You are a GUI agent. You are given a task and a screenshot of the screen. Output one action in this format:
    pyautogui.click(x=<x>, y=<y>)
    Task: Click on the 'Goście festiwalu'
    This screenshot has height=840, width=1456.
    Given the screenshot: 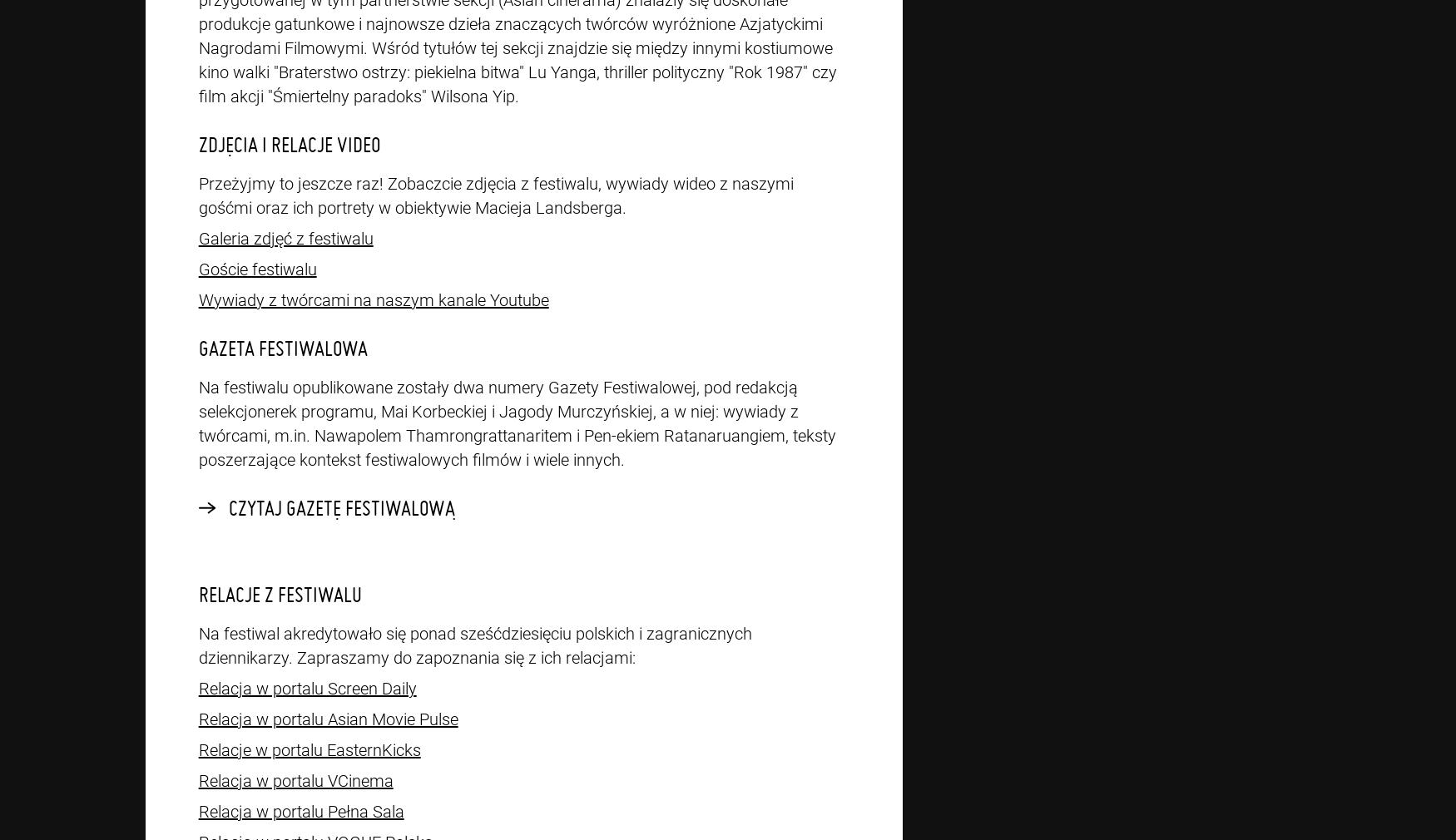 What is the action you would take?
    pyautogui.click(x=198, y=269)
    